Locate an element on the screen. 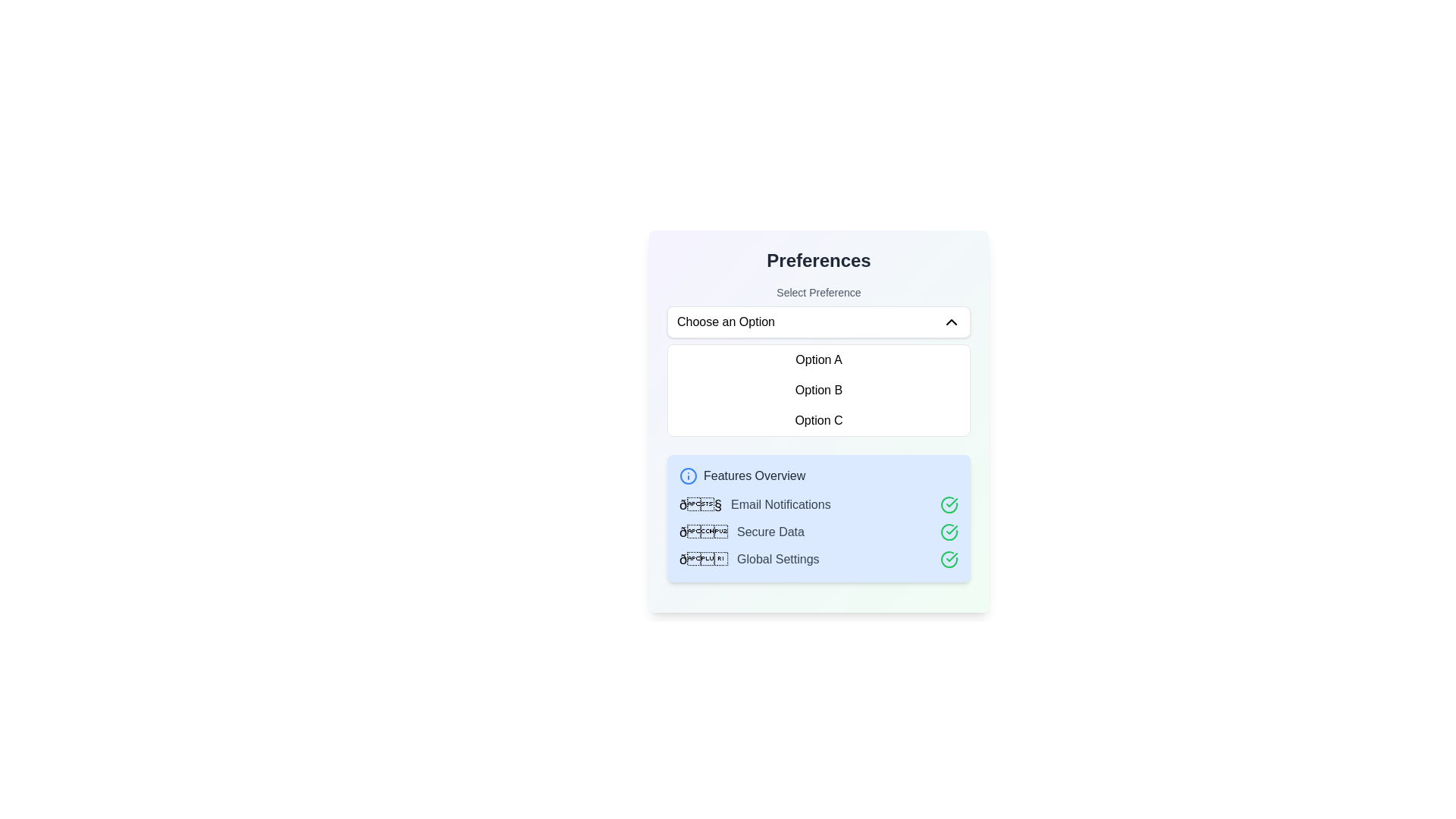 This screenshot has height=819, width=1456. the 'Email Notifications' composite UI element, which includes a label and validation icon, located beneath the 'Features Overview' section is located at coordinates (818, 505).